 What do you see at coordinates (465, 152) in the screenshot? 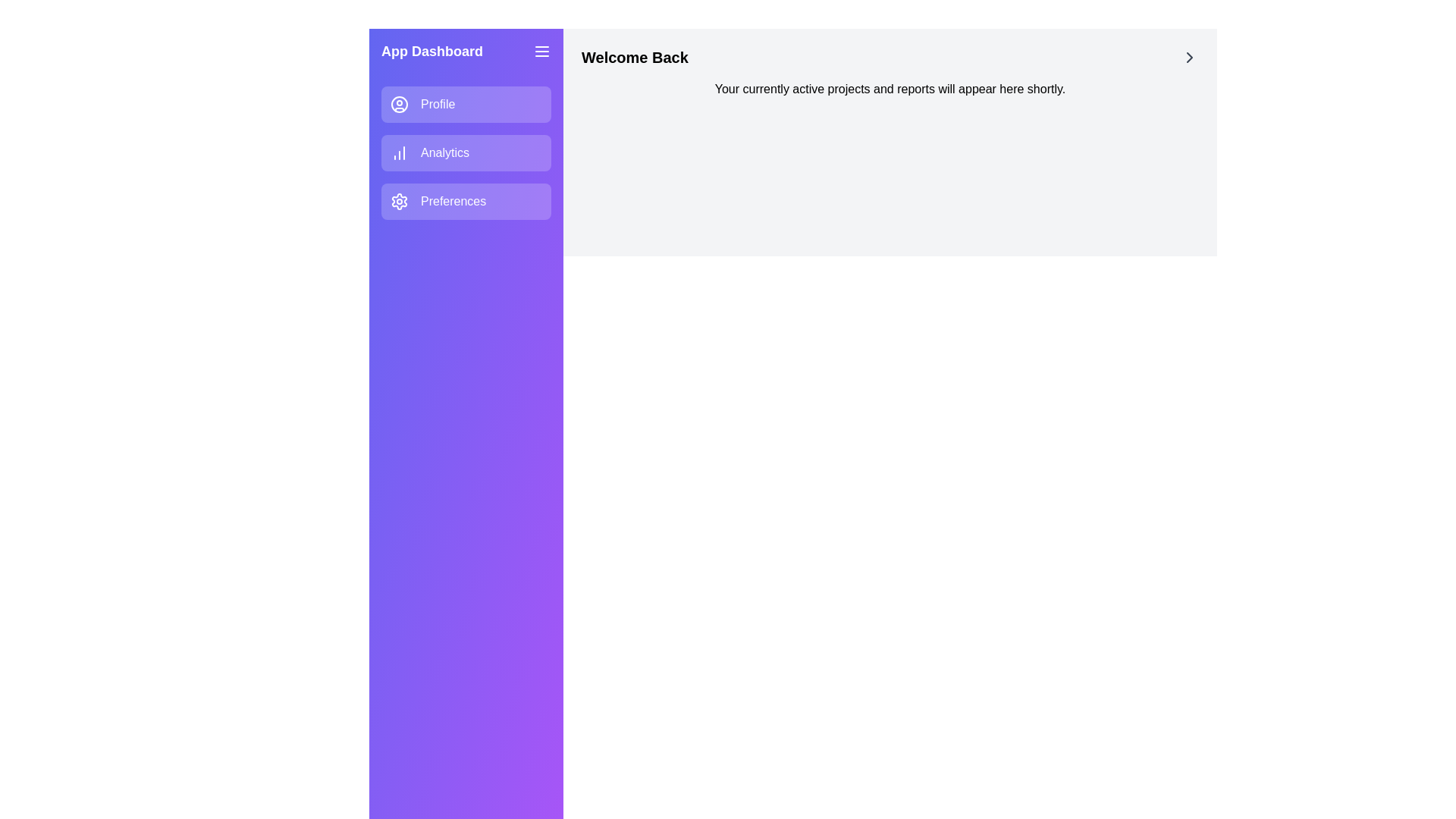
I see `the navigation item labeled Analytics to navigate to its section` at bounding box center [465, 152].